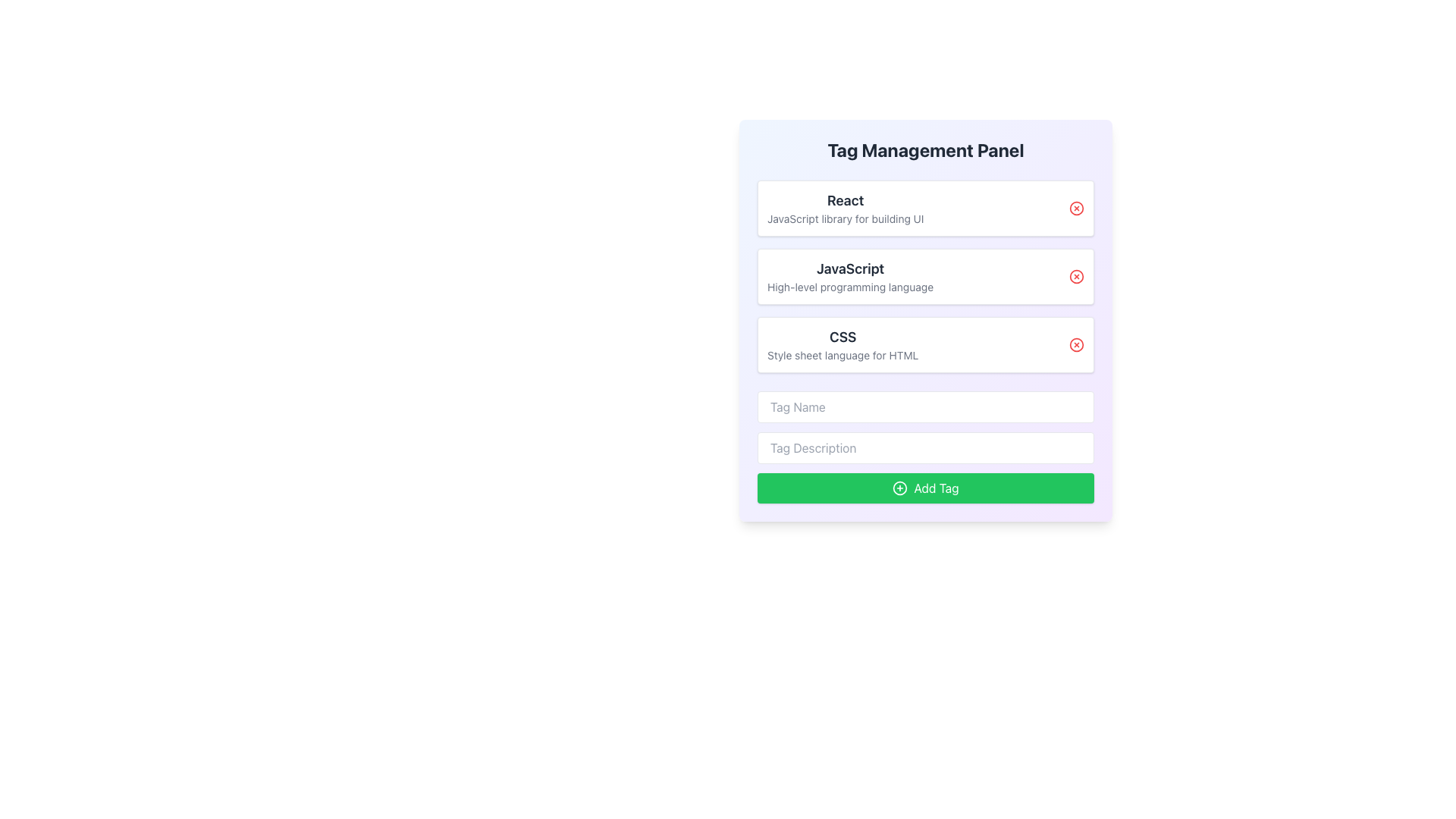  What do you see at coordinates (850, 268) in the screenshot?
I see `the text label displaying 'JavaScript' which is bold, larger, and centrally placed above the description text 'High-level programming language'` at bounding box center [850, 268].